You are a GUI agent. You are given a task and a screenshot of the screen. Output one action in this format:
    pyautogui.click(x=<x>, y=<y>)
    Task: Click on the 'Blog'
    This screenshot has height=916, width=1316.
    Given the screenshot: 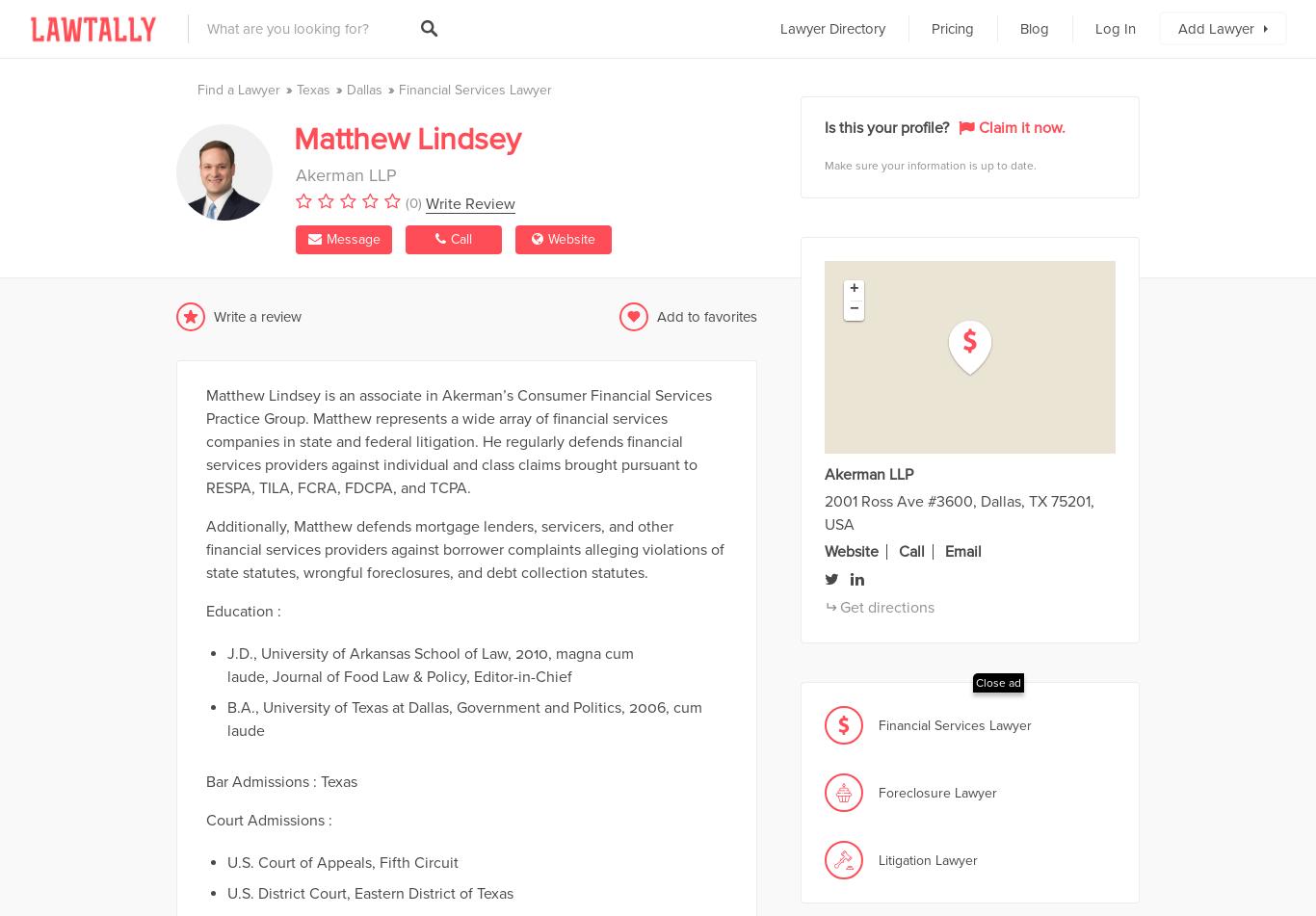 What is the action you would take?
    pyautogui.click(x=1033, y=28)
    